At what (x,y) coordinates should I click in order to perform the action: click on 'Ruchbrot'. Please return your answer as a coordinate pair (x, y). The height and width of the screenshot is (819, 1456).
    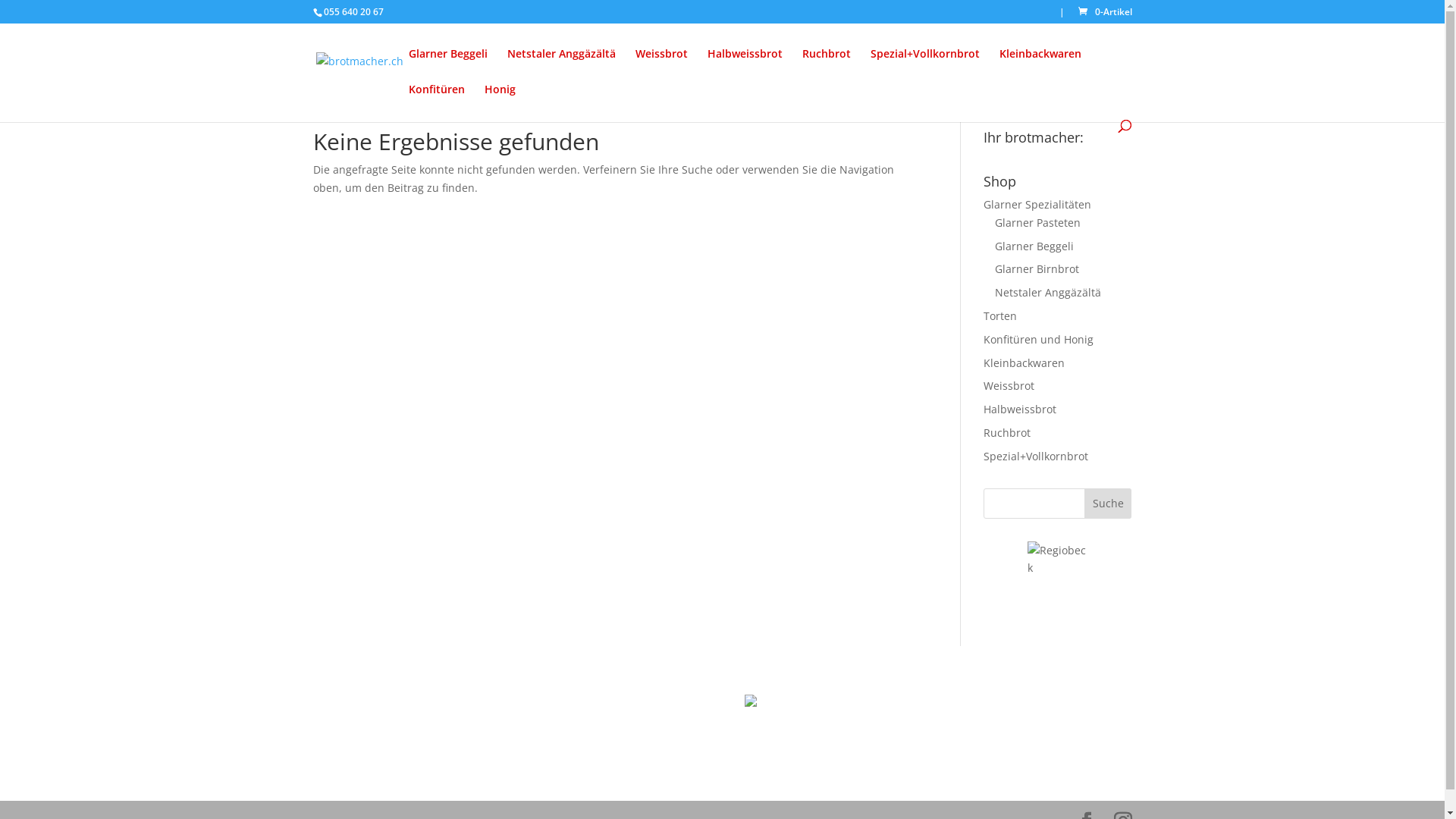
    Looking at the image, I should click on (825, 65).